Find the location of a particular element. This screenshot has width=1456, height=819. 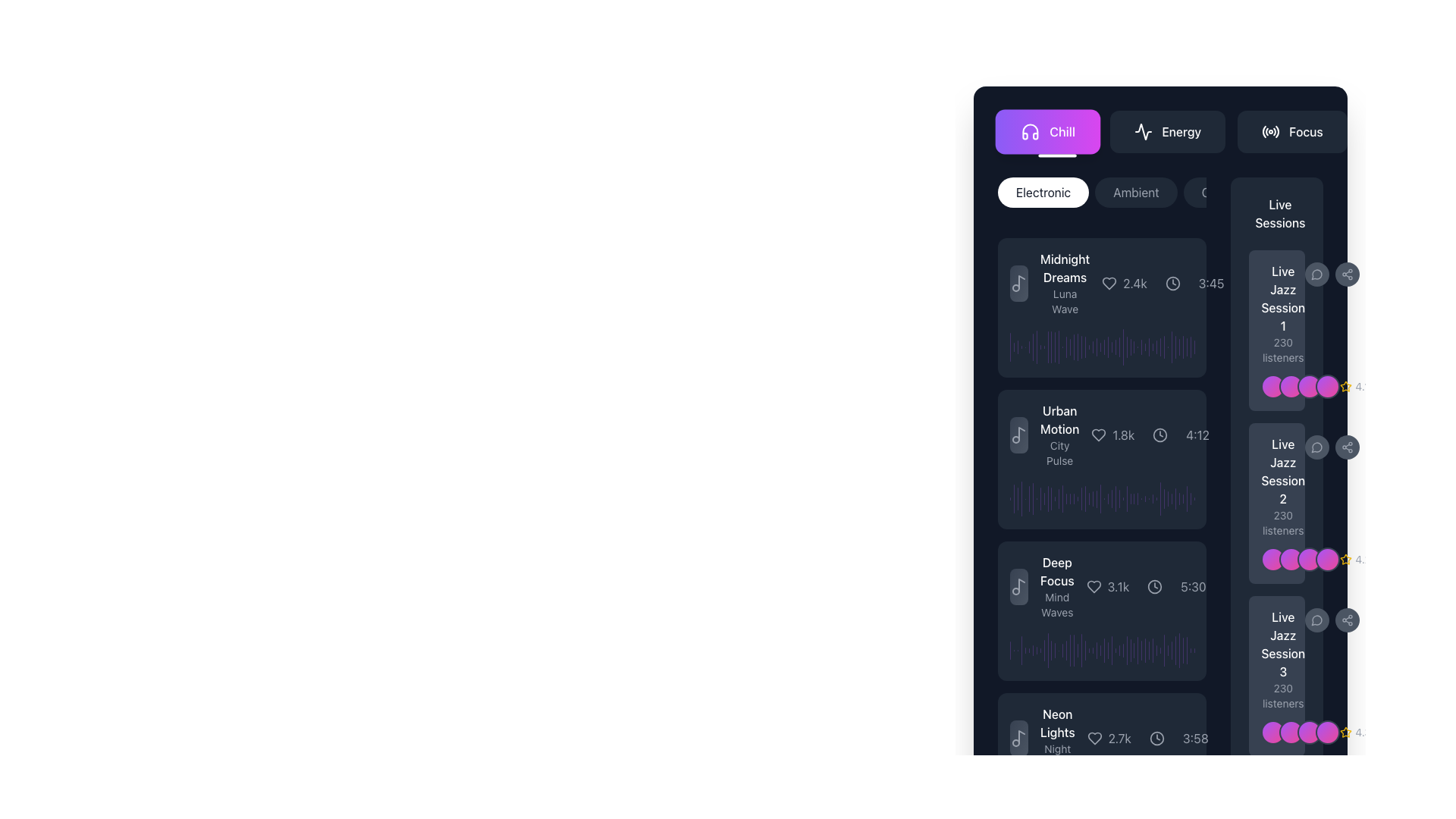

the 'like' or 'favorite' icon with the numerical count of likes located in the lower section of the 'Neon Lights' content card is located at coordinates (1109, 738).